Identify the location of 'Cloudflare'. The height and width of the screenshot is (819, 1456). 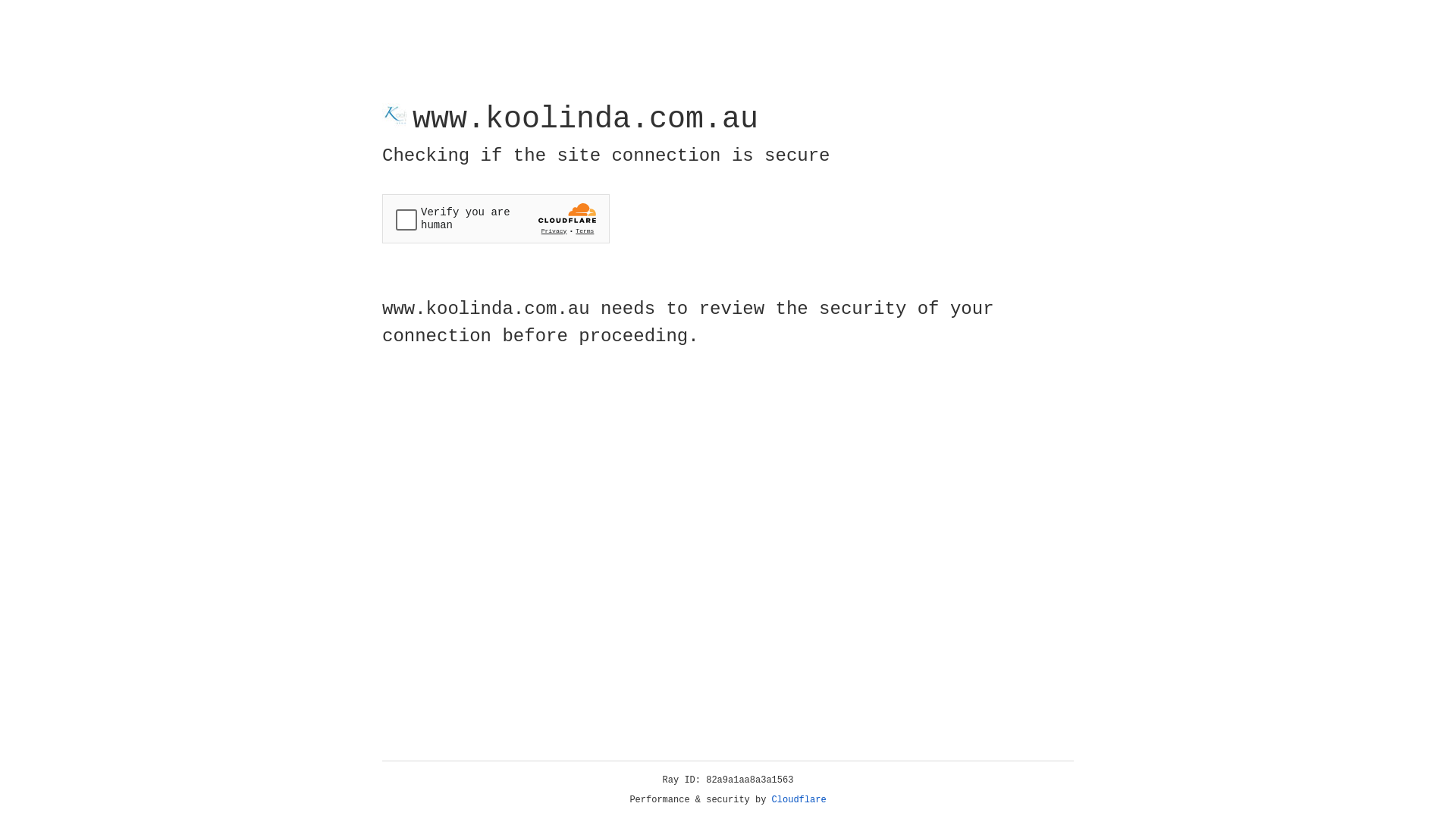
(799, 799).